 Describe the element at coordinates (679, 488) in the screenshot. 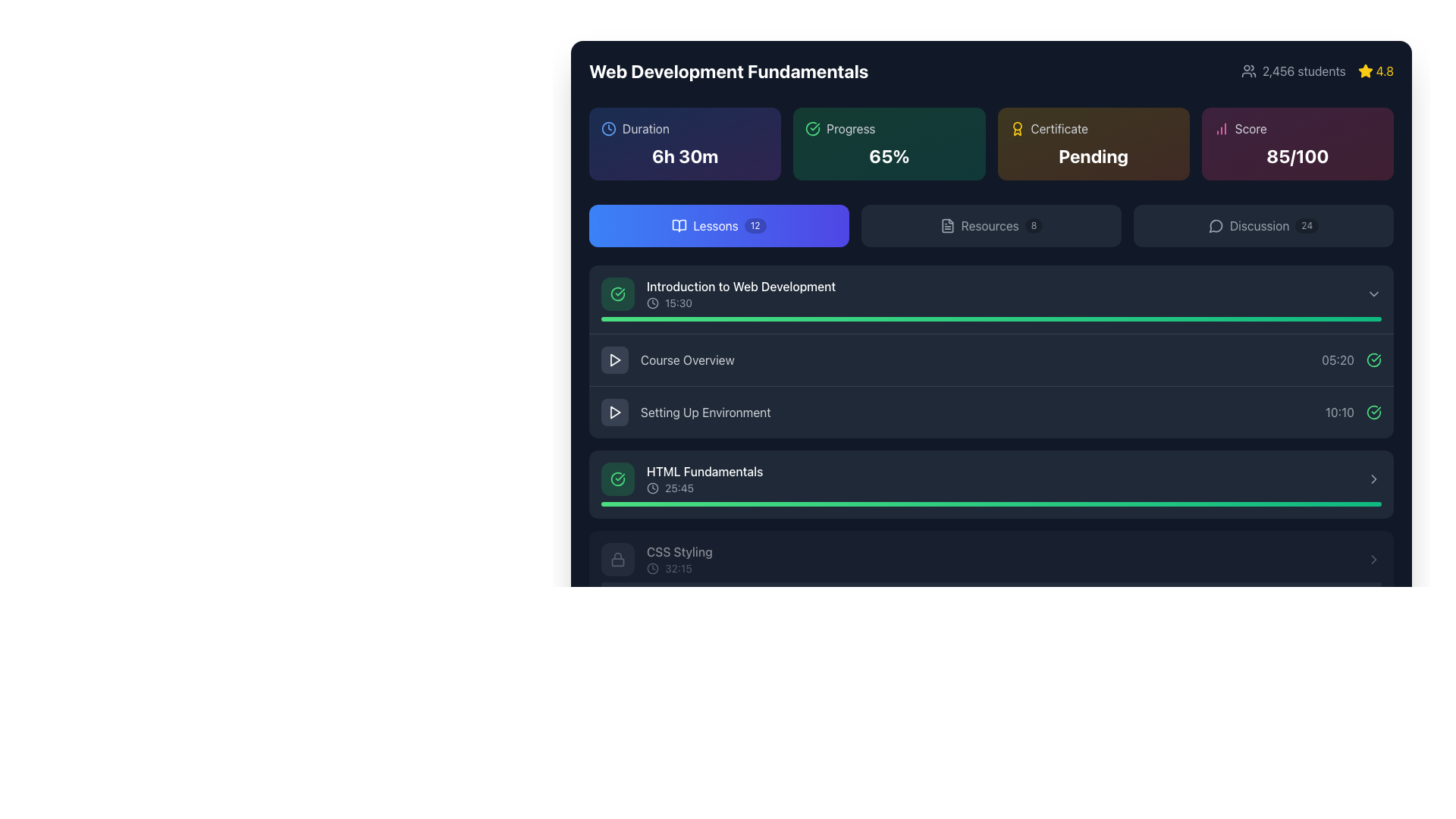

I see `the text label that indicates the duration of the 'HTML Fundamentals' lesson, located to the right of the clock icon in the bottom section of the lesson item` at that location.